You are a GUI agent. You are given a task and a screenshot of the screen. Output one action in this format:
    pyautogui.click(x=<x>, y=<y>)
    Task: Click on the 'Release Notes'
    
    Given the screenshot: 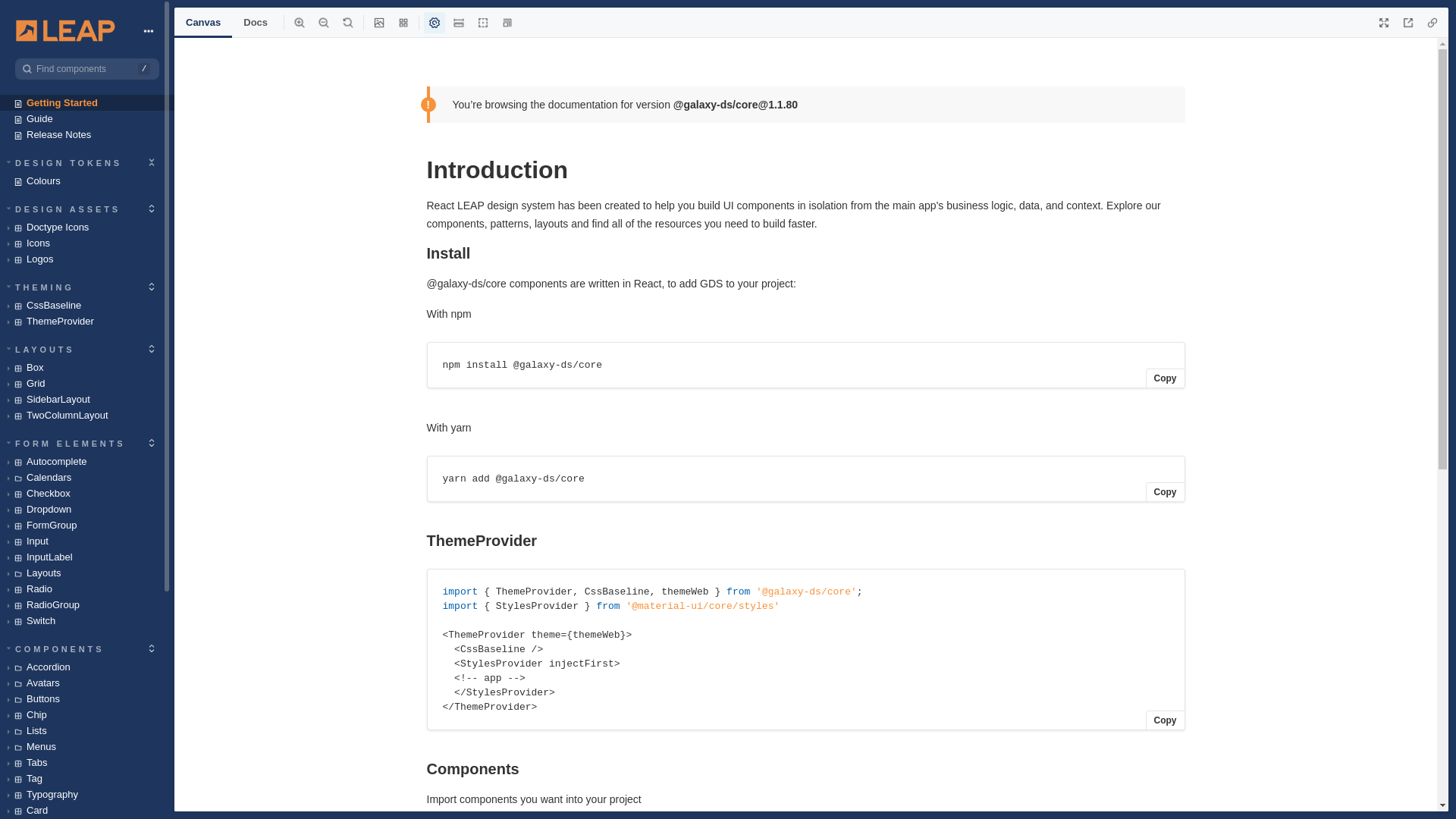 What is the action you would take?
    pyautogui.click(x=86, y=133)
    